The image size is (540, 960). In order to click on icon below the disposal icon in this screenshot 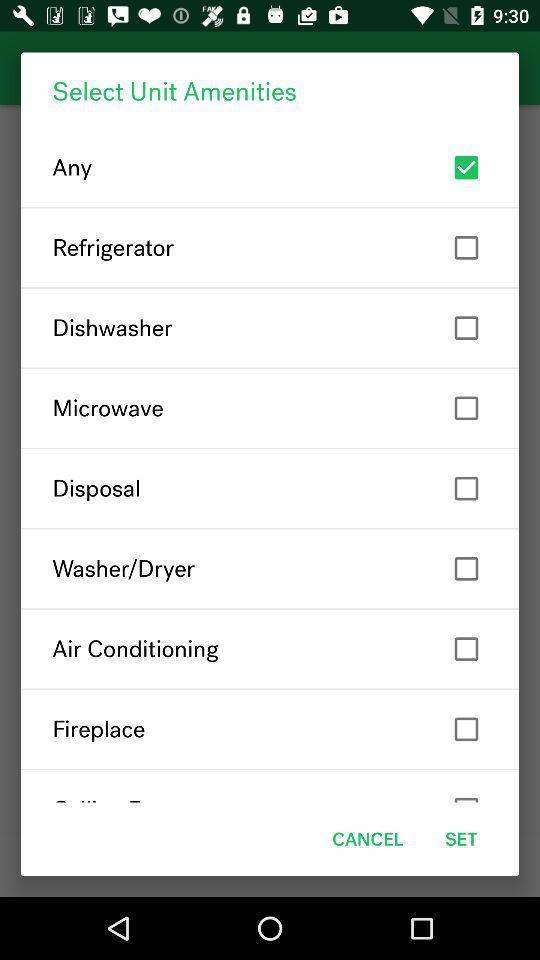, I will do `click(270, 568)`.